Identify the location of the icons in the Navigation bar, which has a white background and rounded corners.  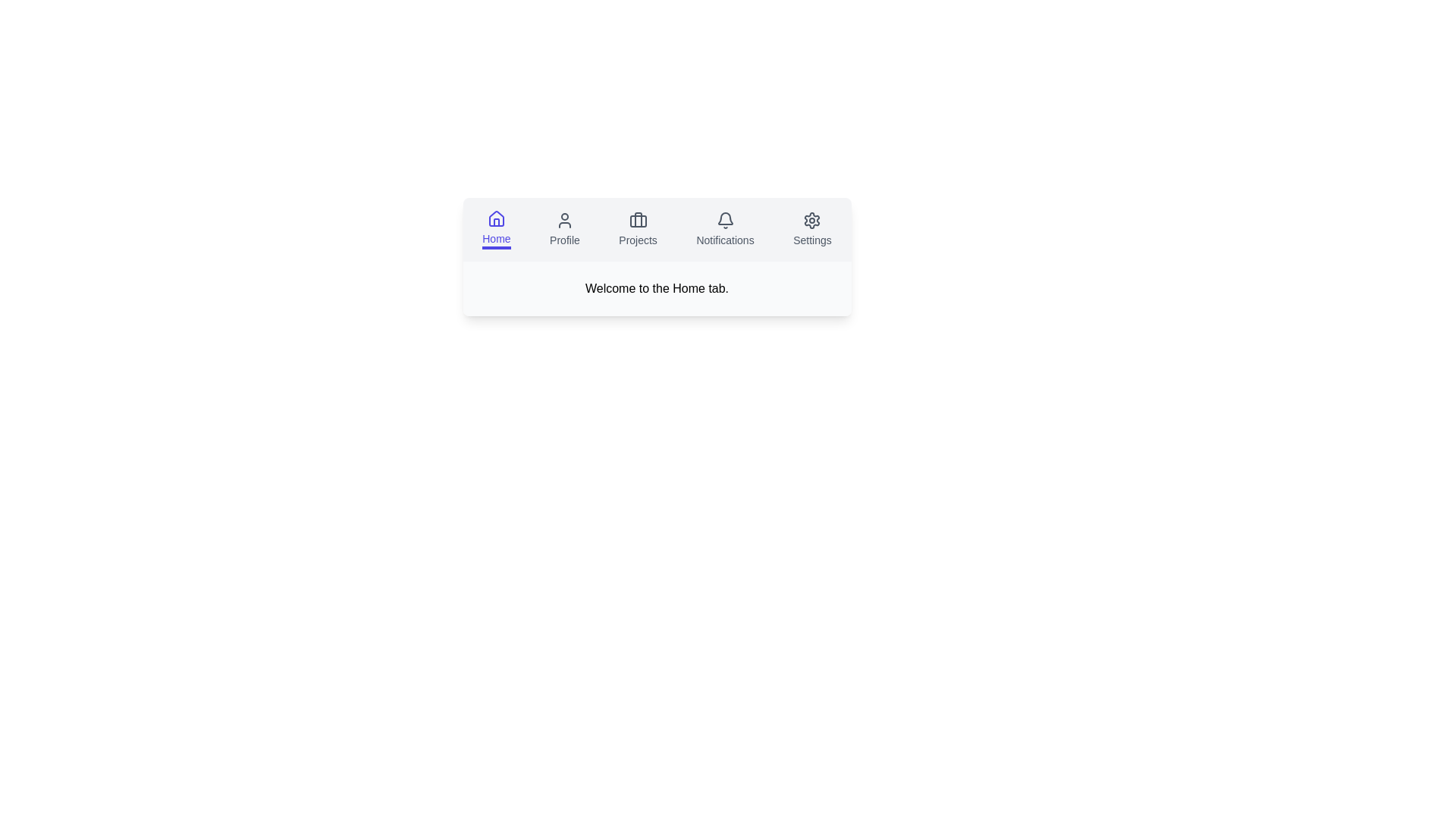
(657, 256).